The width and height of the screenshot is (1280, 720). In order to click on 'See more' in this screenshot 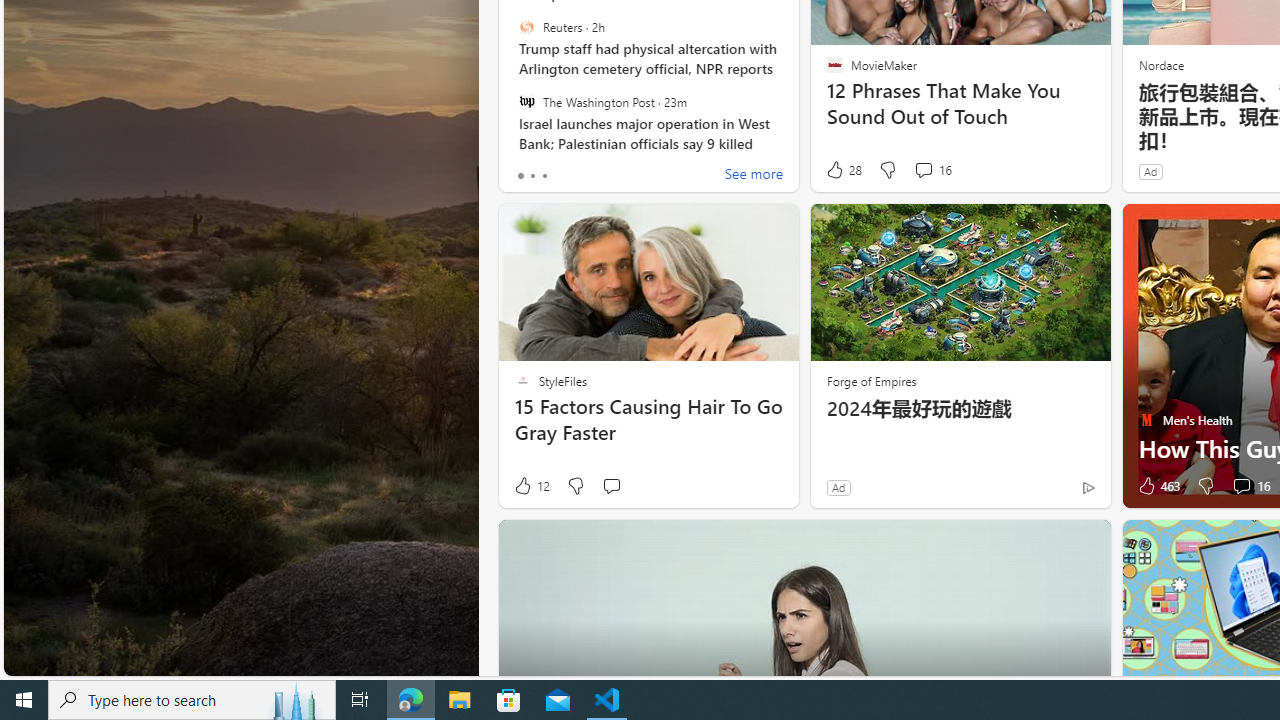, I will do `click(752, 175)`.